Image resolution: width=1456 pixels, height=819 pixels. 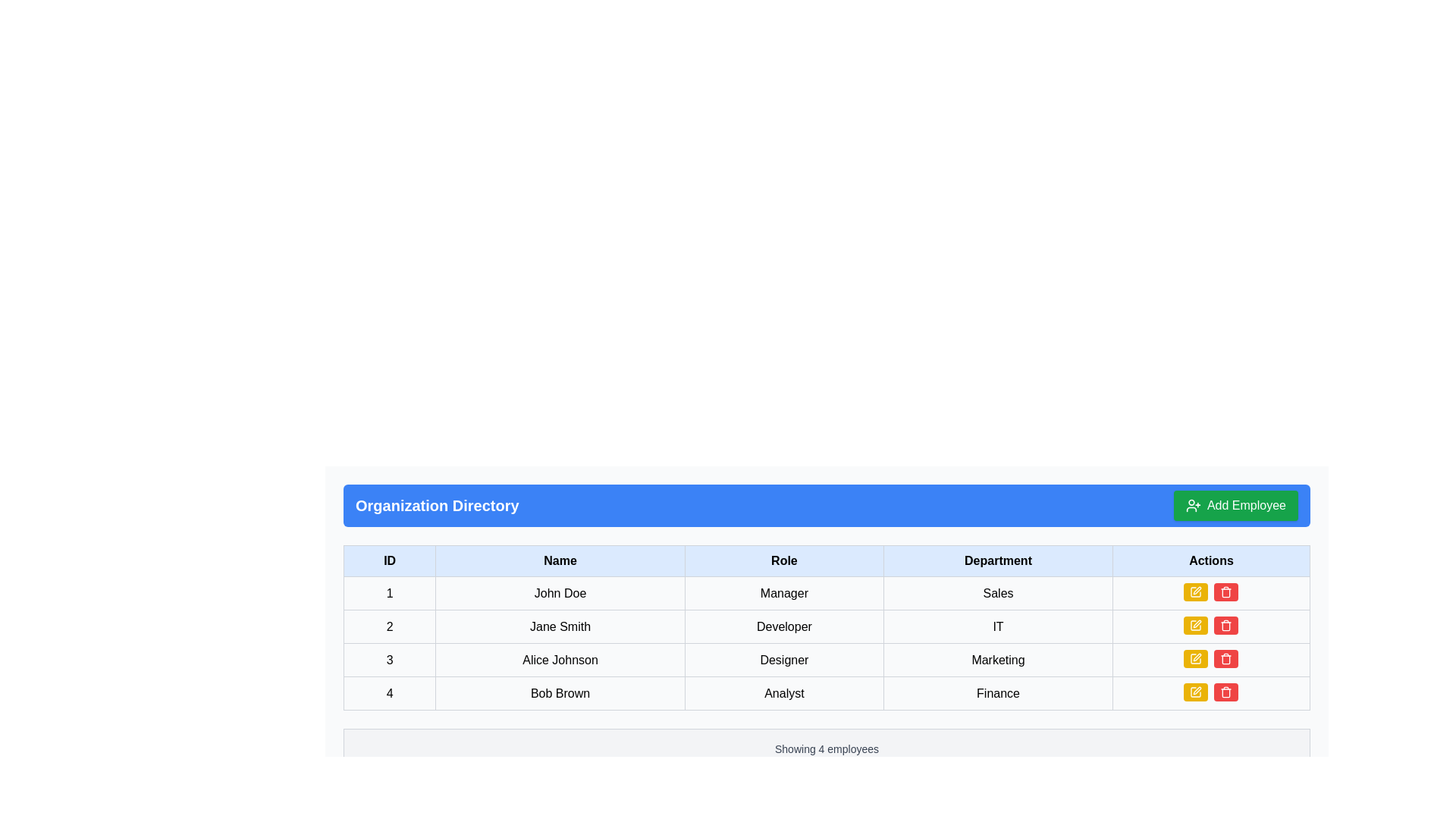 What do you see at coordinates (390, 659) in the screenshot?
I see `the table cell displaying the ID number '3' for Alice Johnson, which is located in the first cell of the third row under the 'ID' column` at bounding box center [390, 659].